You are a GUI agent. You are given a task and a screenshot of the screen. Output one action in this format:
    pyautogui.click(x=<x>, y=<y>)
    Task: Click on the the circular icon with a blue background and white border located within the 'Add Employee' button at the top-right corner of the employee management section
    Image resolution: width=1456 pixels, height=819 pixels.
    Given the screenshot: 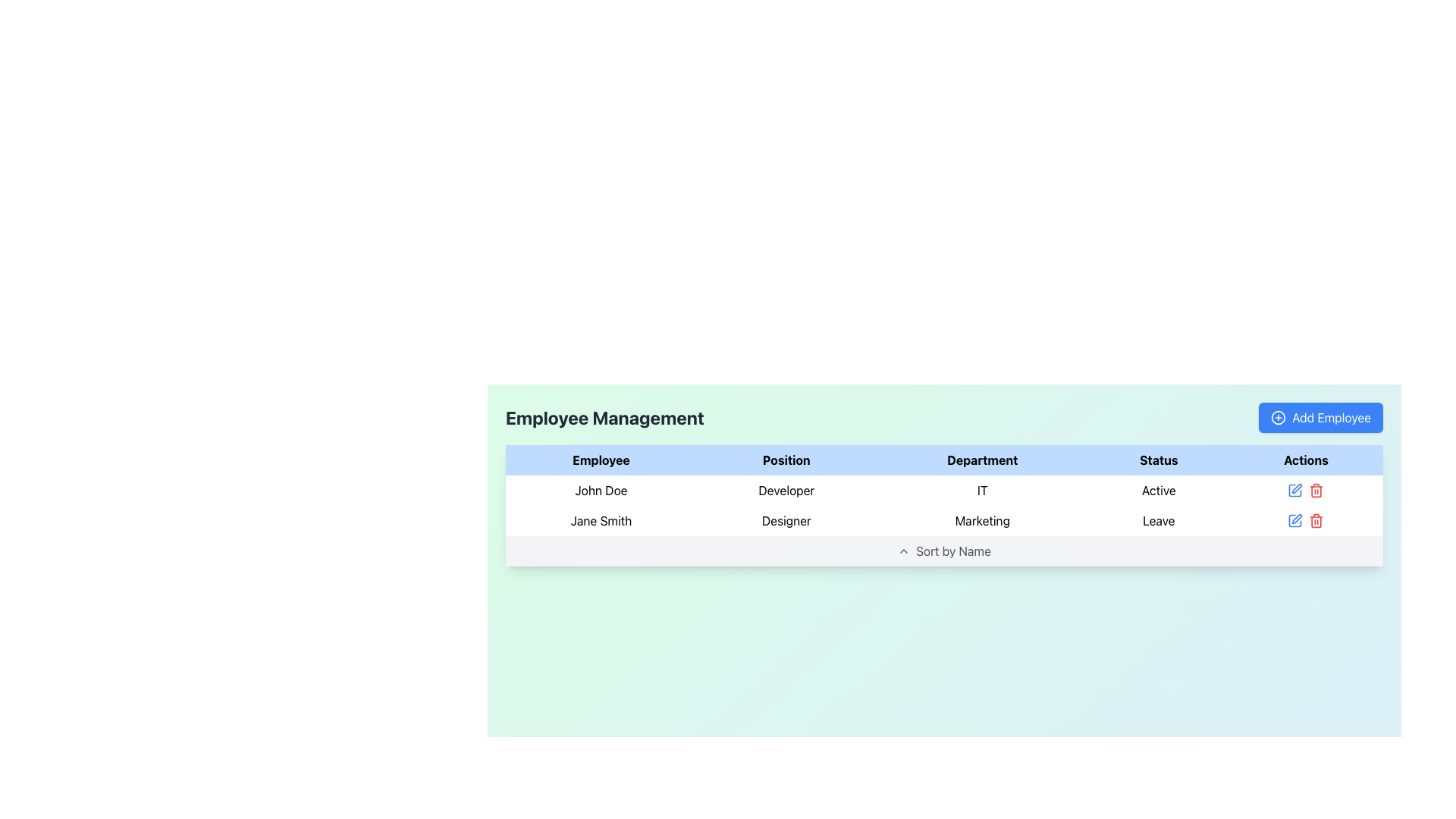 What is the action you would take?
    pyautogui.click(x=1278, y=418)
    